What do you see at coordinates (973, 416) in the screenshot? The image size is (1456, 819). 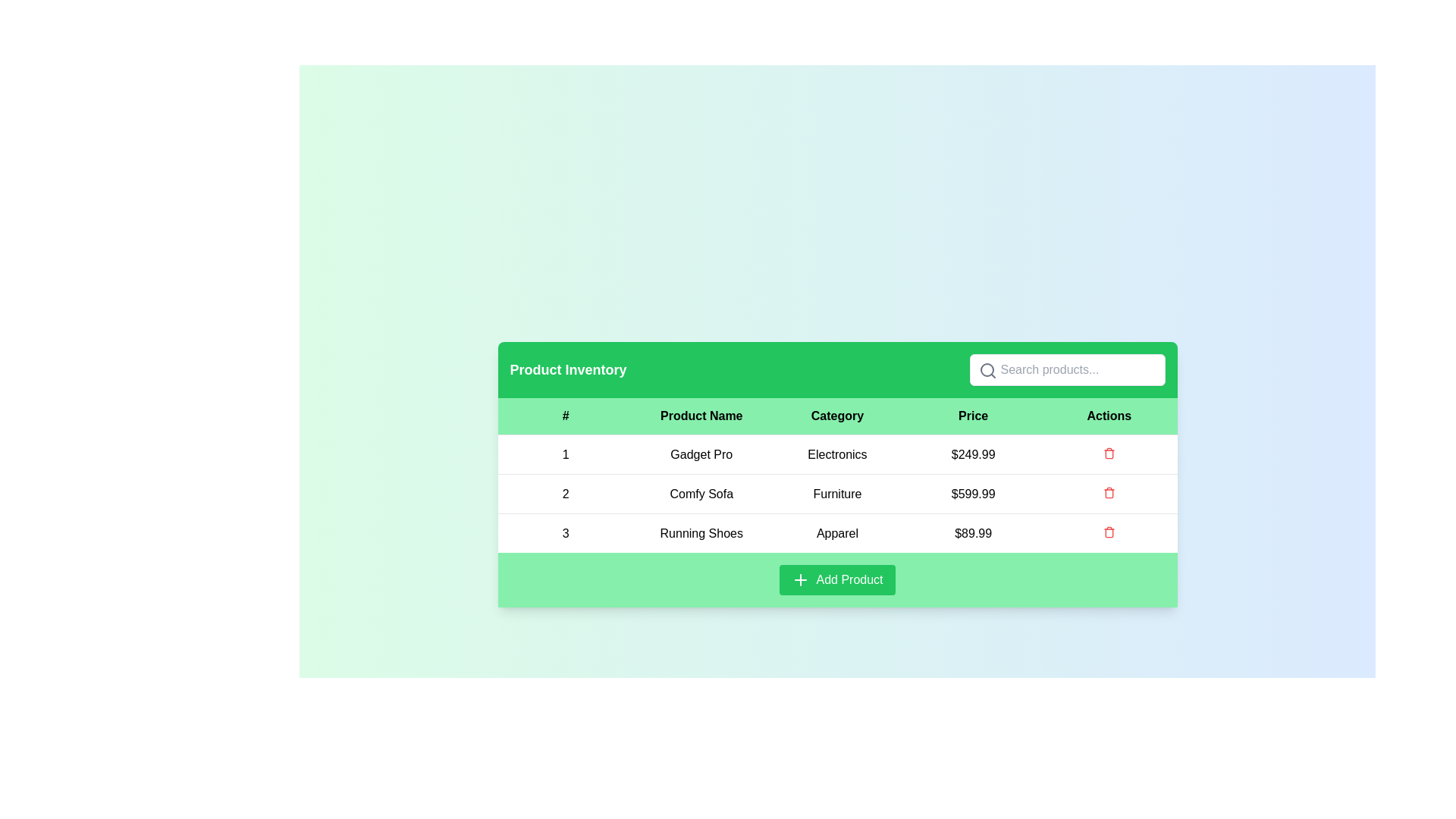 I see `text from the header label indicating product prices, which is the 4th cell from the left in the header row of the table` at bounding box center [973, 416].